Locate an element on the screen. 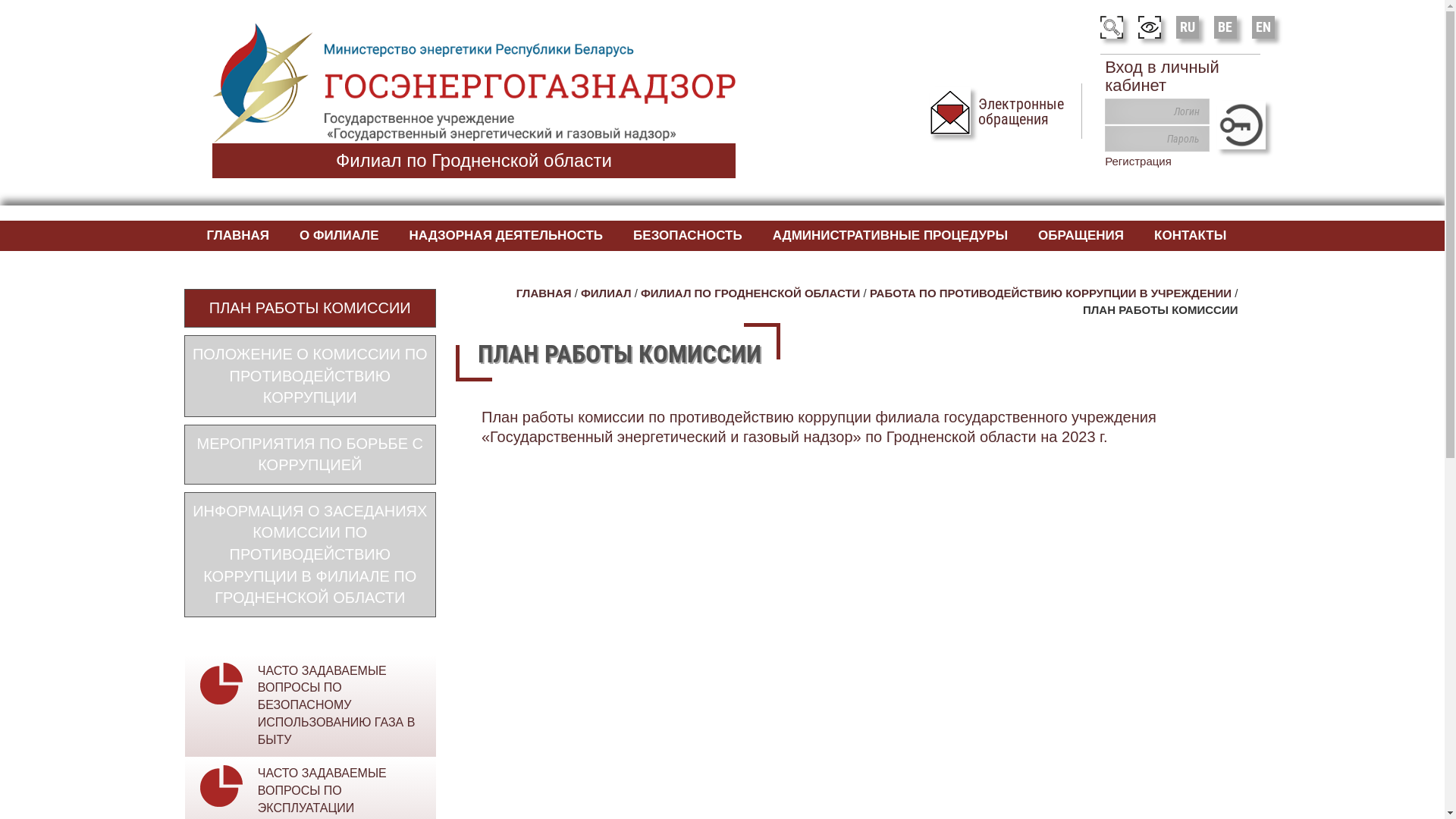 The height and width of the screenshot is (819, 1456). 'BE' is located at coordinates (1225, 26).